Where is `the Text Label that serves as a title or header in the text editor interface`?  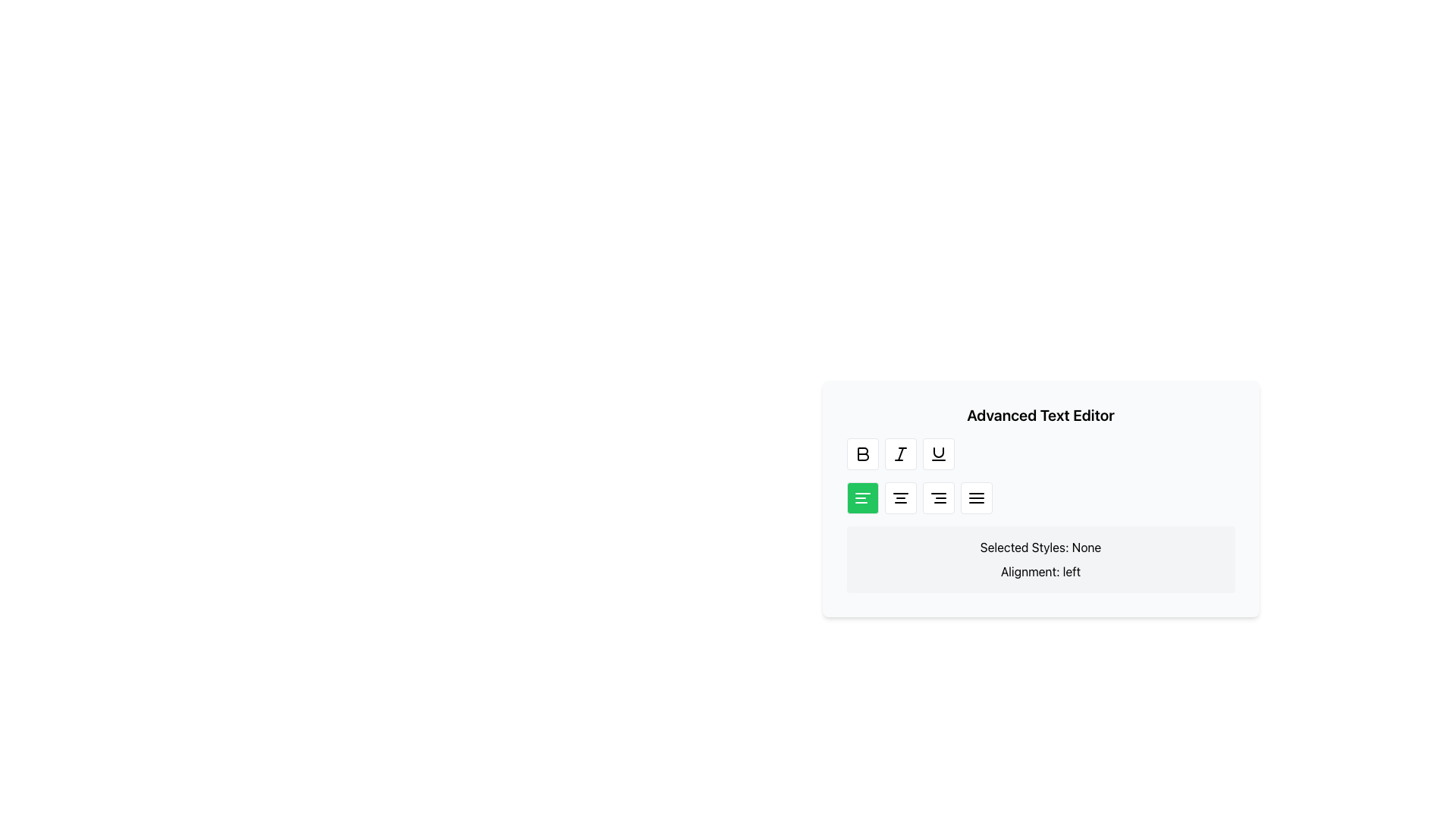 the Text Label that serves as a title or header in the text editor interface is located at coordinates (1040, 415).